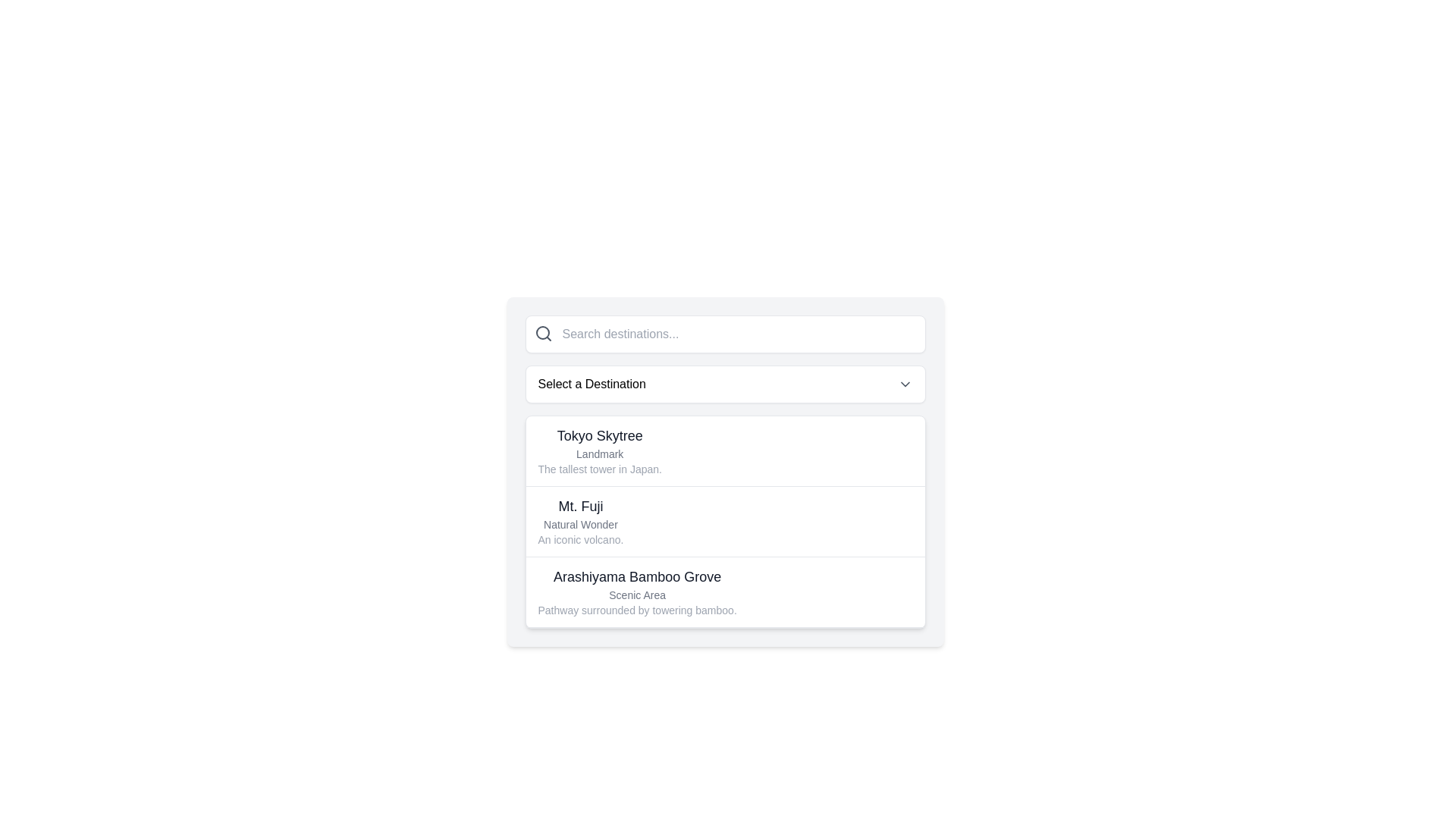 This screenshot has height=819, width=1456. I want to click on details of the destination represented by the Information block for 'Mt. Fuji', which includes the title, subtitle, and description in a vertically-stacked dropdown menu, so click(579, 520).